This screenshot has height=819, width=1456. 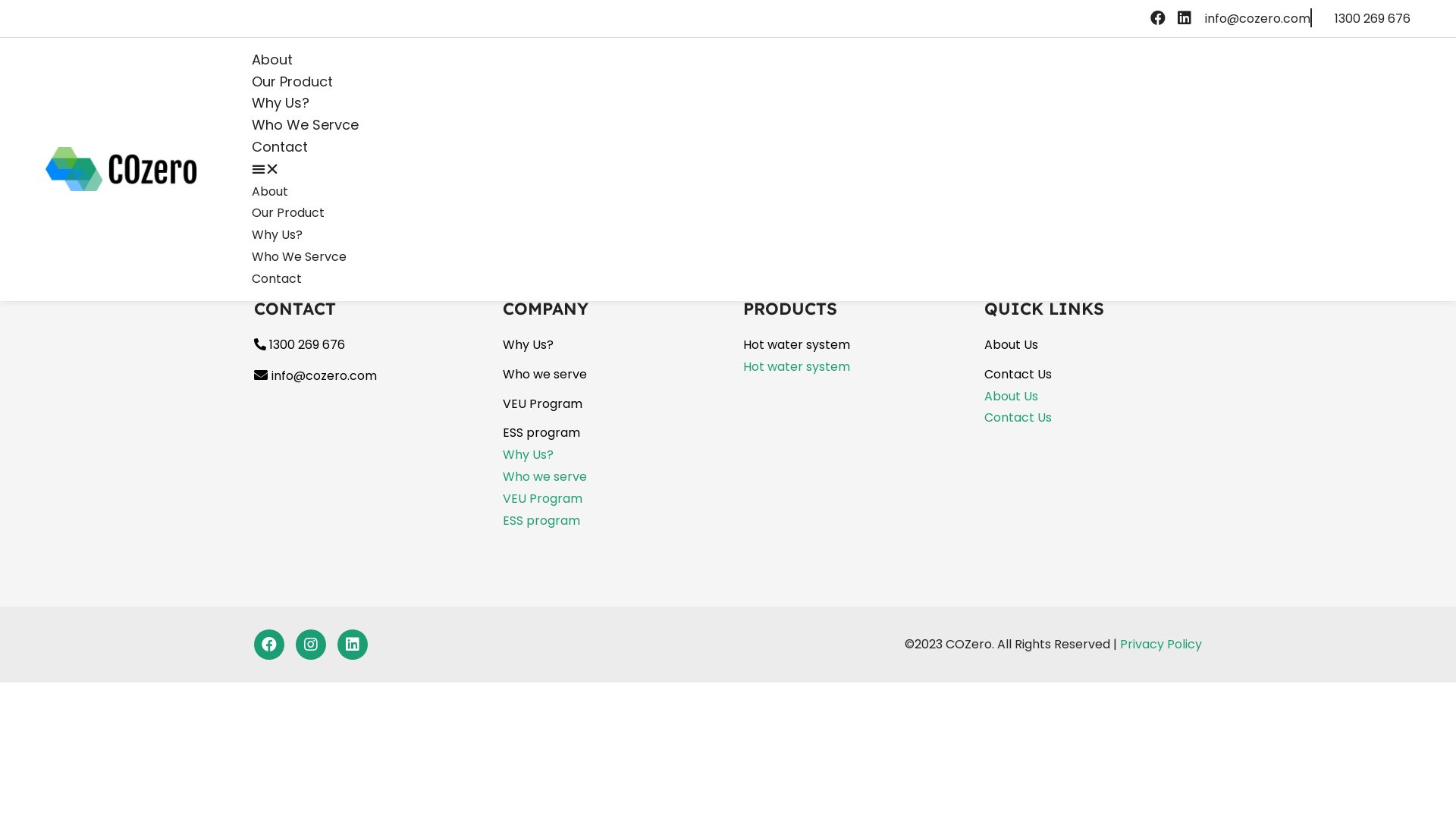 What do you see at coordinates (1011, 344) in the screenshot?
I see `'About Us'` at bounding box center [1011, 344].